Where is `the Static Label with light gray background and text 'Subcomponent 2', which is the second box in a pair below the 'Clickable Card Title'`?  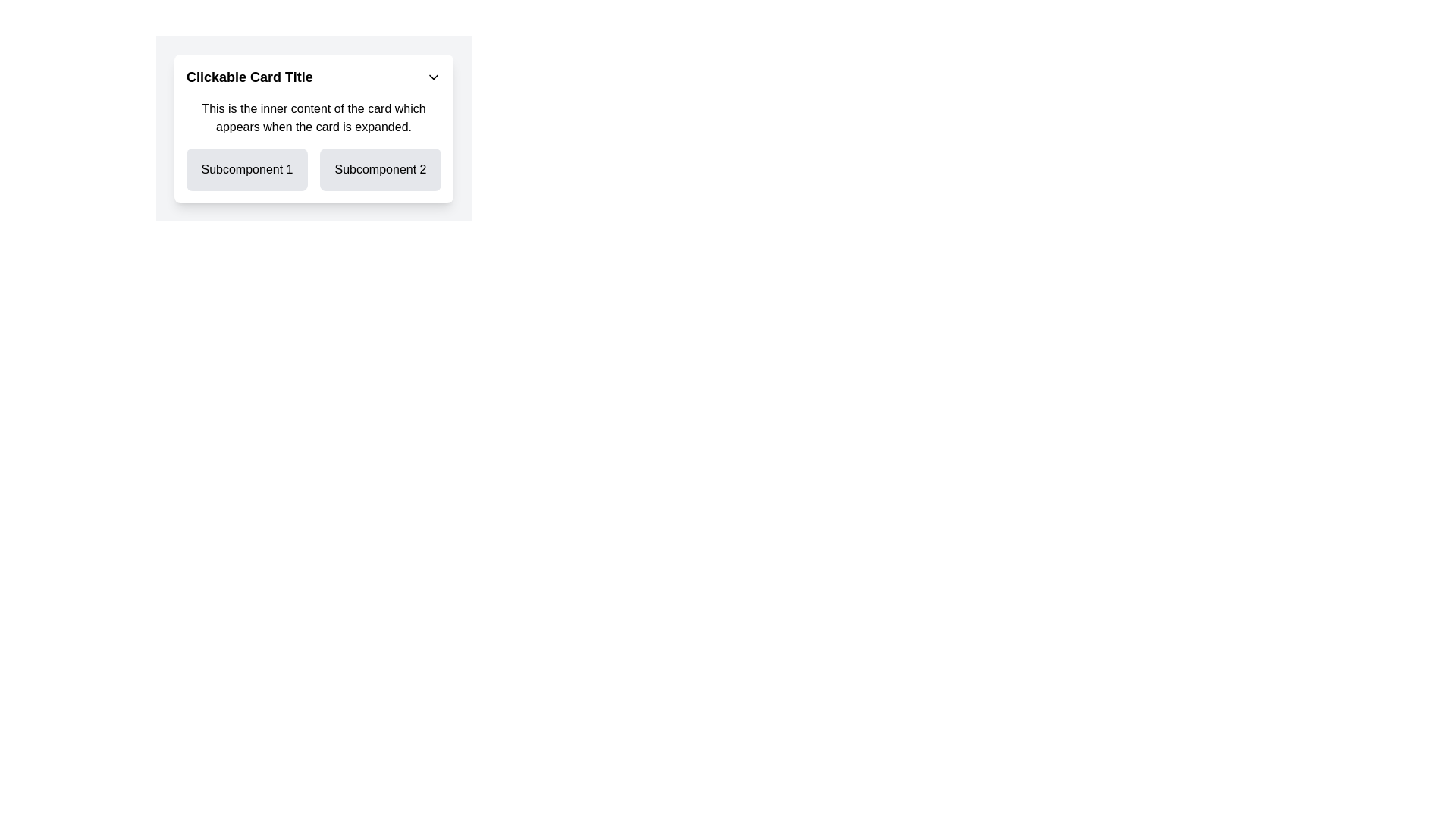
the Static Label with light gray background and text 'Subcomponent 2', which is the second box in a pair below the 'Clickable Card Title' is located at coordinates (381, 169).